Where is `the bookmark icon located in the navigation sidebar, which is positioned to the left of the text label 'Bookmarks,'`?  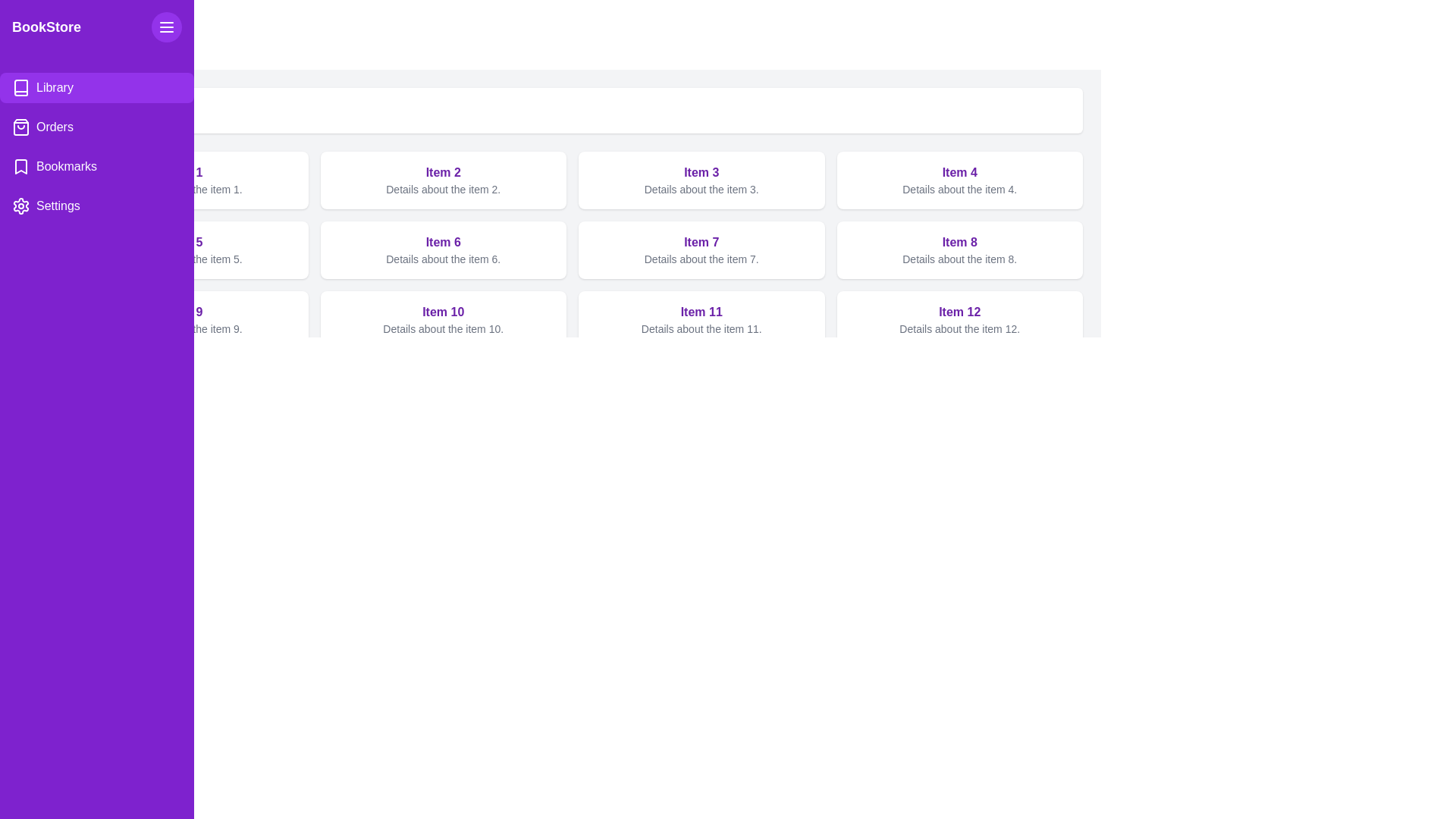
the bookmark icon located in the navigation sidebar, which is positioned to the left of the text label 'Bookmarks,' is located at coordinates (21, 166).